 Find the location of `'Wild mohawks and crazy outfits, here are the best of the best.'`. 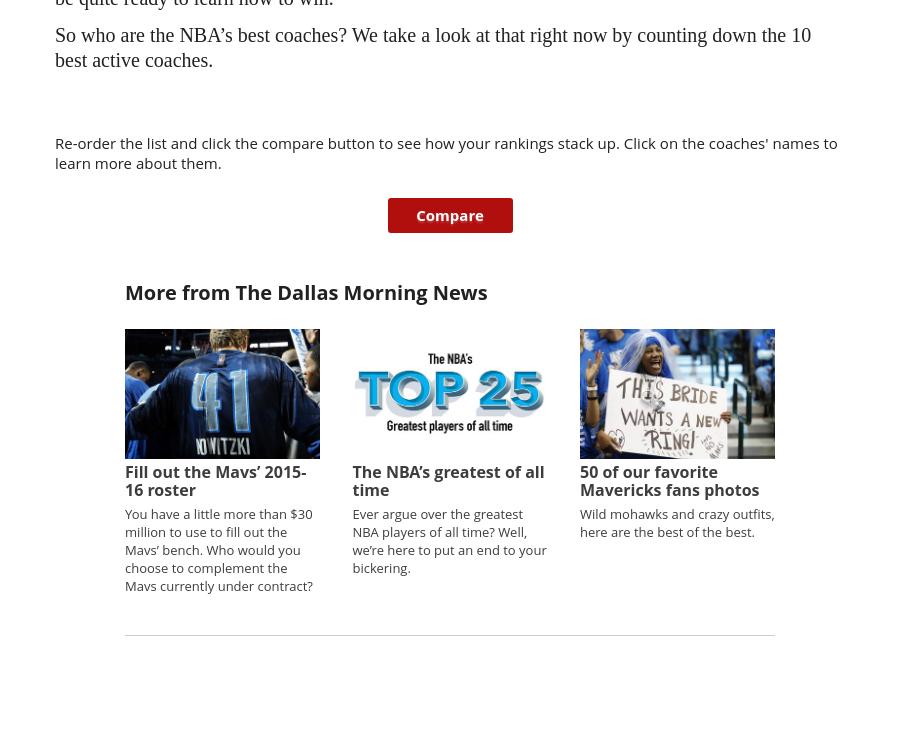

'Wild mohawks and crazy outfits, here are the best of the best.' is located at coordinates (675, 521).